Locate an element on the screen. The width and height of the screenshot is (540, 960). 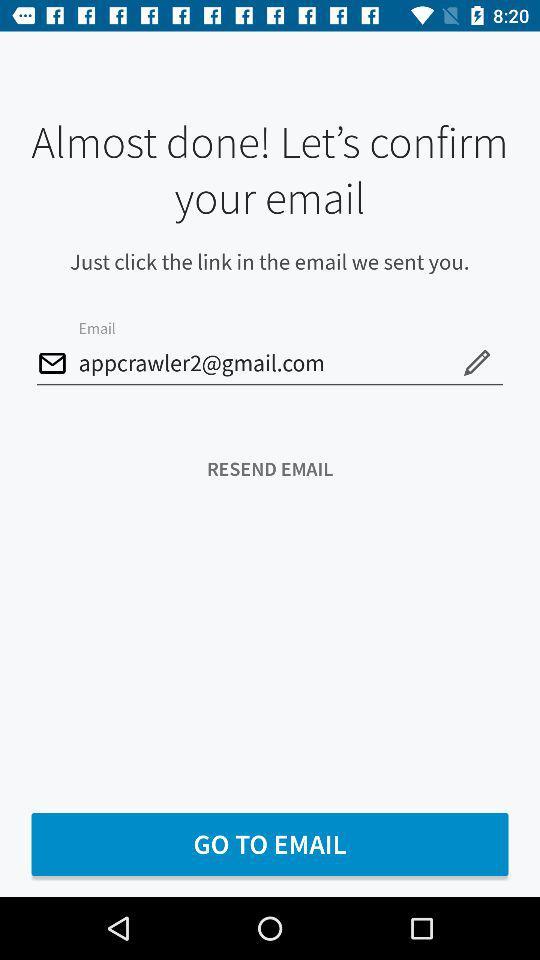
item below the just click the icon is located at coordinates (270, 363).